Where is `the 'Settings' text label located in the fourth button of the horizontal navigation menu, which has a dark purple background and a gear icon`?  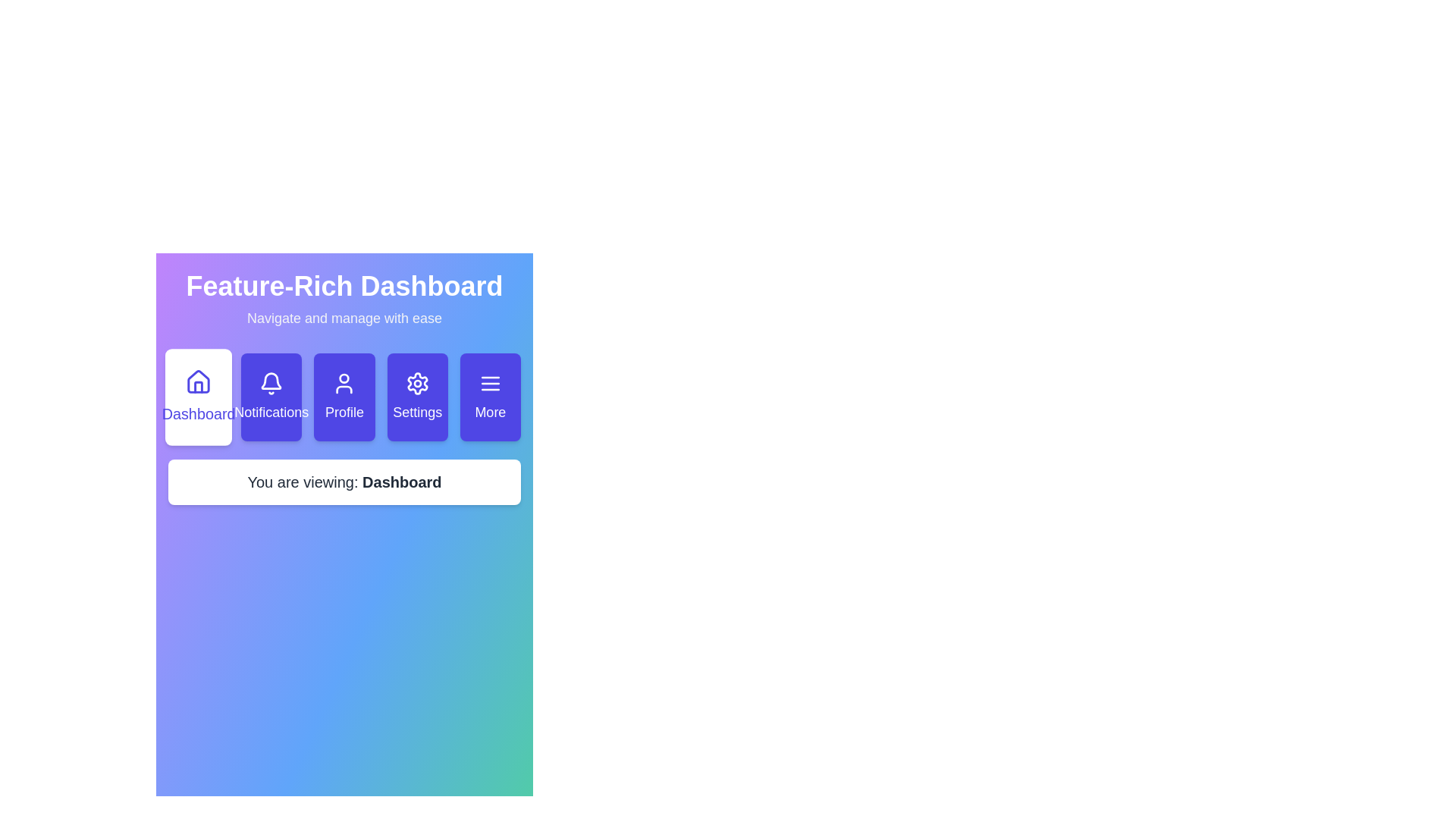 the 'Settings' text label located in the fourth button of the horizontal navigation menu, which has a dark purple background and a gear icon is located at coordinates (417, 412).